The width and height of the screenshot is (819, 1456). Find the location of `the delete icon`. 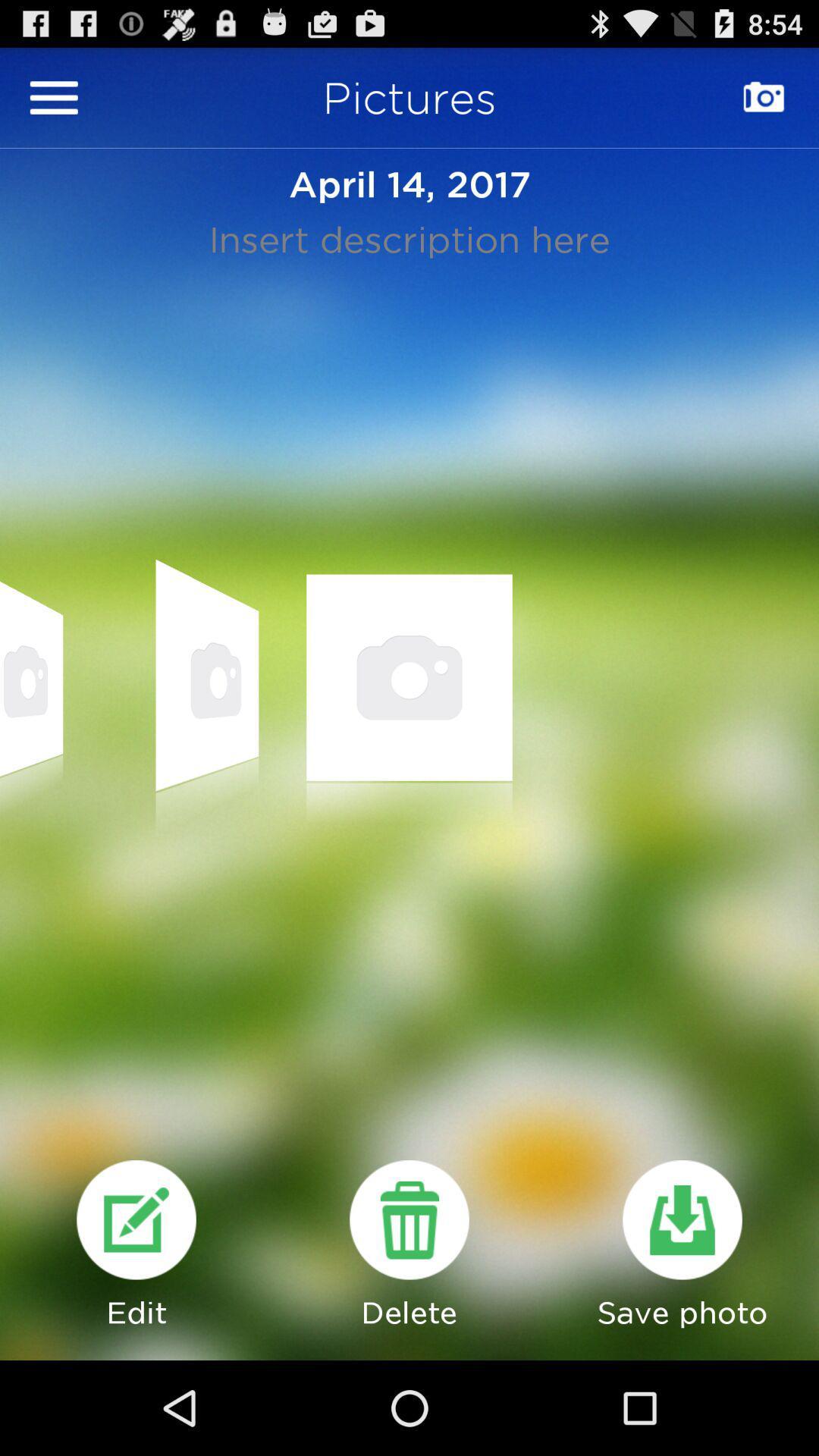

the delete icon is located at coordinates (409, 1304).